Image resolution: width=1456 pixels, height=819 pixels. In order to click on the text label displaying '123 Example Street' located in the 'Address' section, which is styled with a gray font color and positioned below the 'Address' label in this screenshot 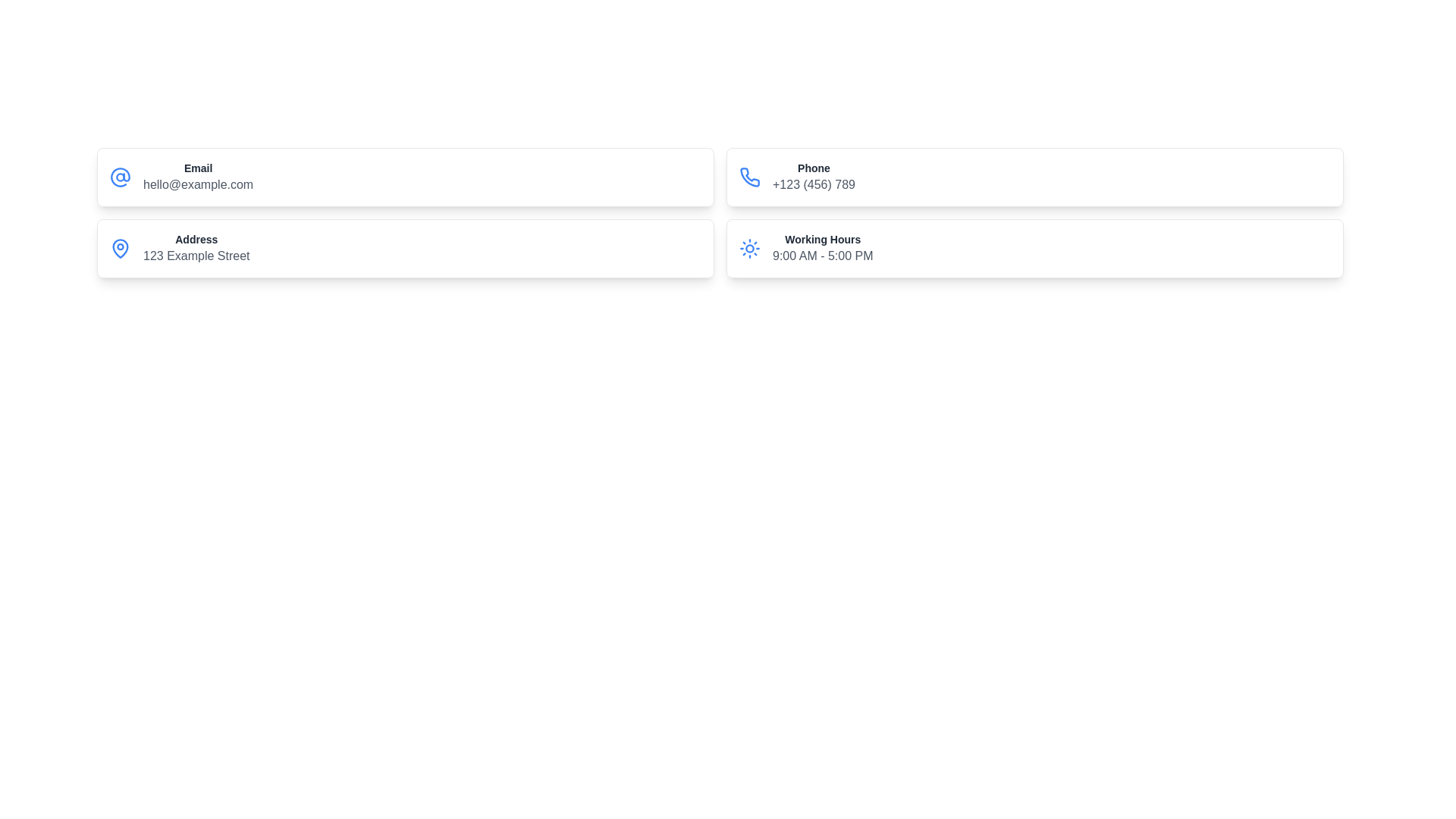, I will do `click(196, 256)`.